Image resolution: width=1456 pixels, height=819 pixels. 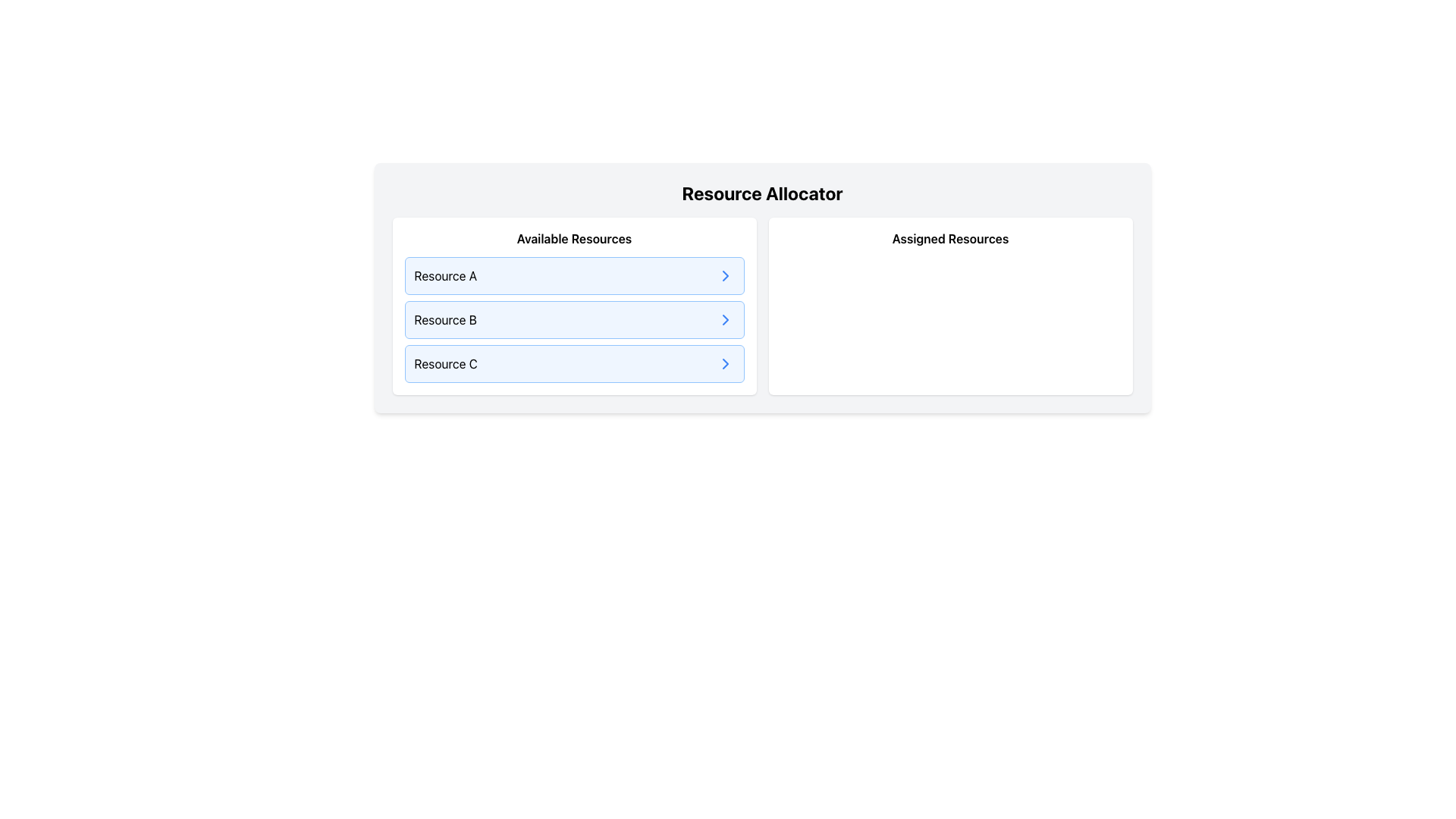 What do you see at coordinates (573, 318) in the screenshot?
I see `the button labeled 'Resource B' in the 'Available Resources' section` at bounding box center [573, 318].